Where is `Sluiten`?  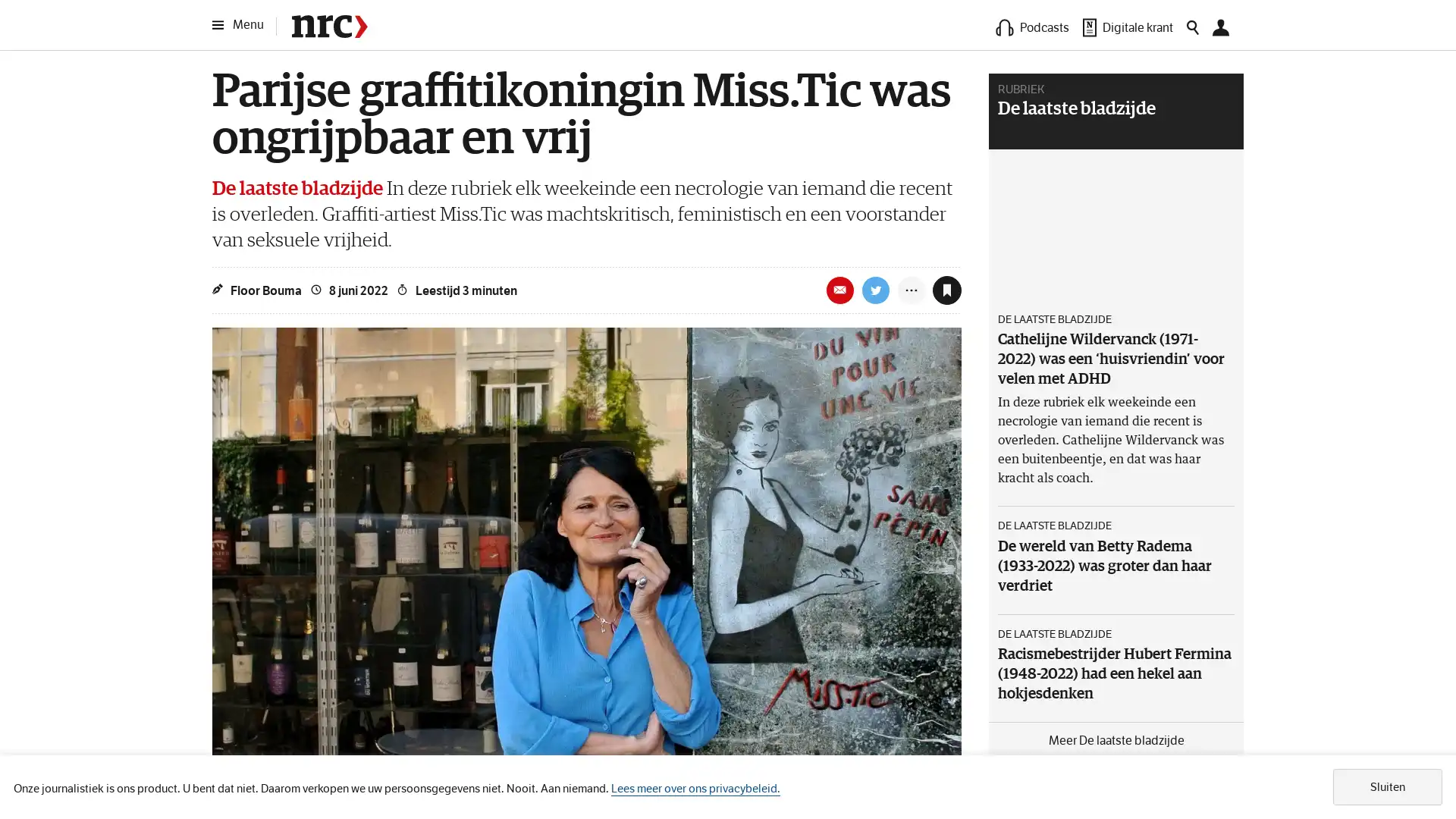
Sluiten is located at coordinates (1387, 786).